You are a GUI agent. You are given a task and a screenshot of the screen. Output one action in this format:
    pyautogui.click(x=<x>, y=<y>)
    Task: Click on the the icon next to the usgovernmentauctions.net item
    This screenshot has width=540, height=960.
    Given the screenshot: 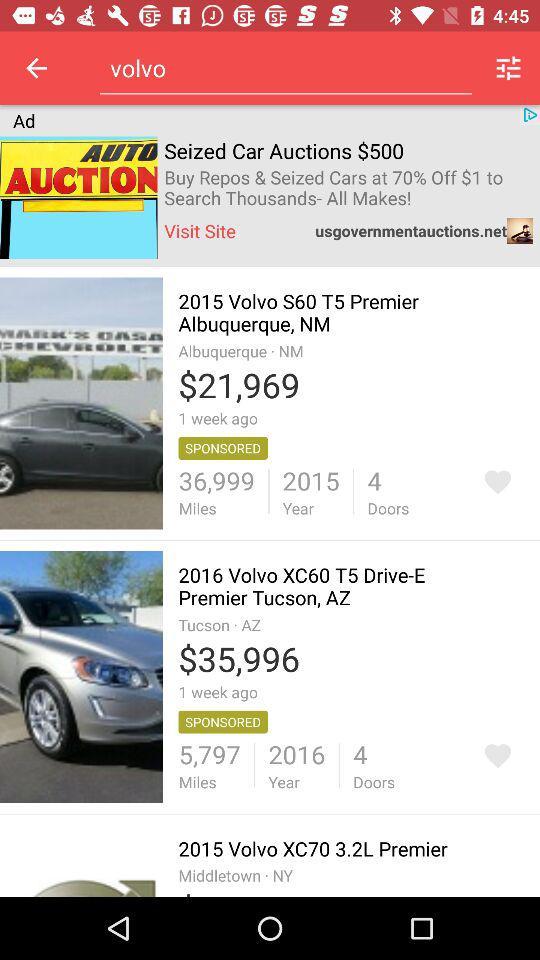 What is the action you would take?
    pyautogui.click(x=200, y=230)
    